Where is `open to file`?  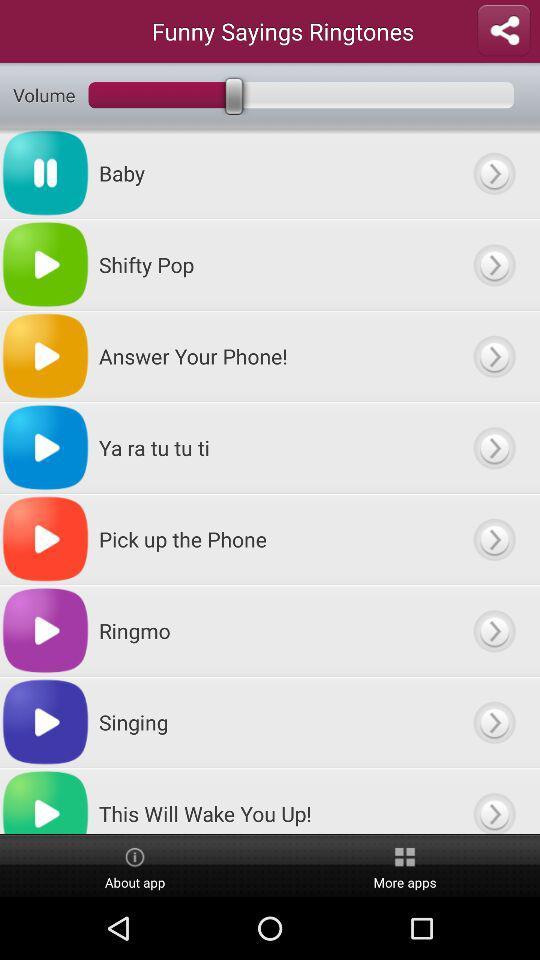
open to file is located at coordinates (493, 801).